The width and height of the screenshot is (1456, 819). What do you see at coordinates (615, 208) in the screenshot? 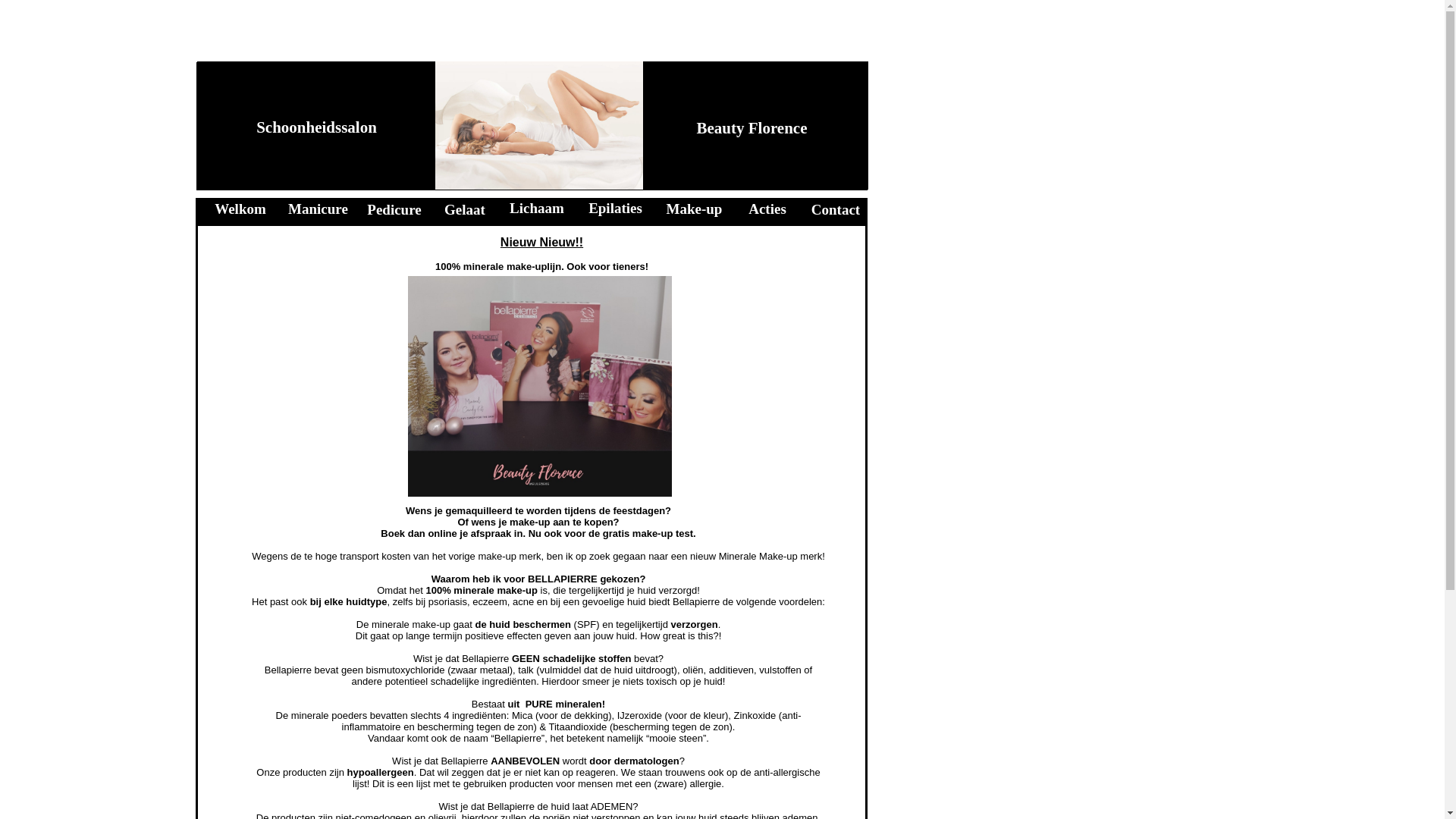
I see `'Epilaties'` at bounding box center [615, 208].